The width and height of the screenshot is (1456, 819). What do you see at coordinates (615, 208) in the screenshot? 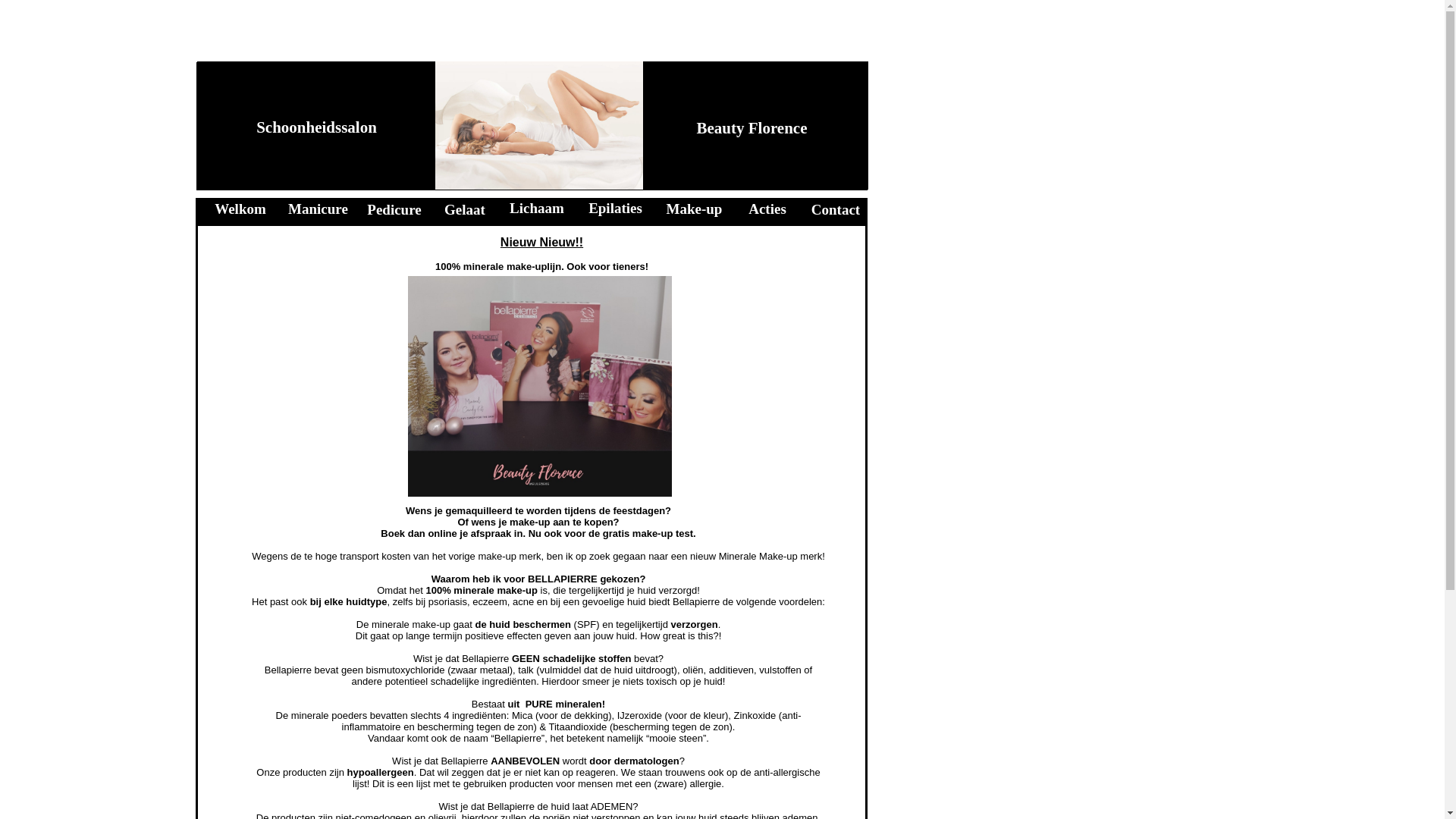
I see `'Epilaties'` at bounding box center [615, 208].